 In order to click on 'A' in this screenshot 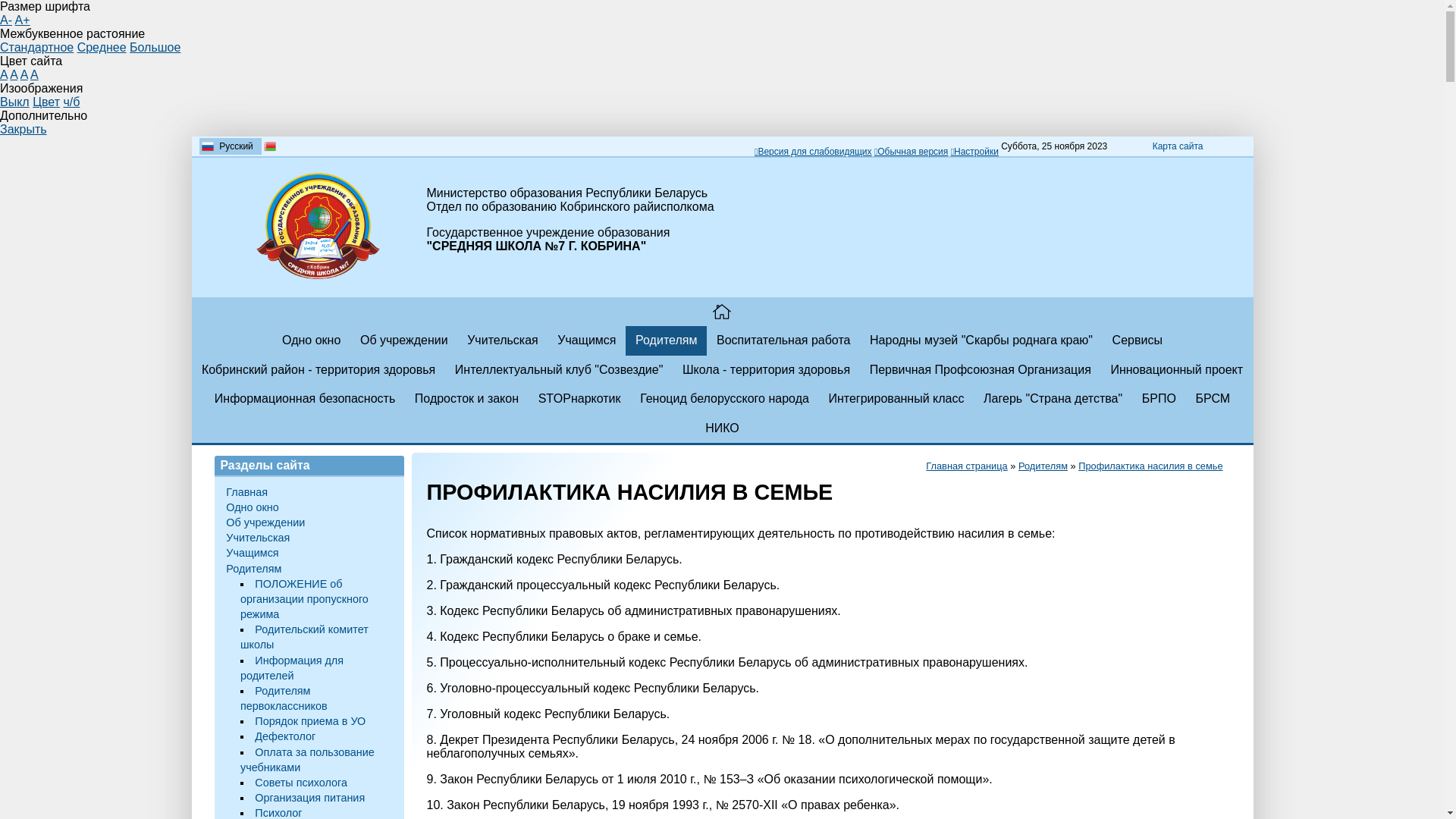, I will do `click(34, 74)`.